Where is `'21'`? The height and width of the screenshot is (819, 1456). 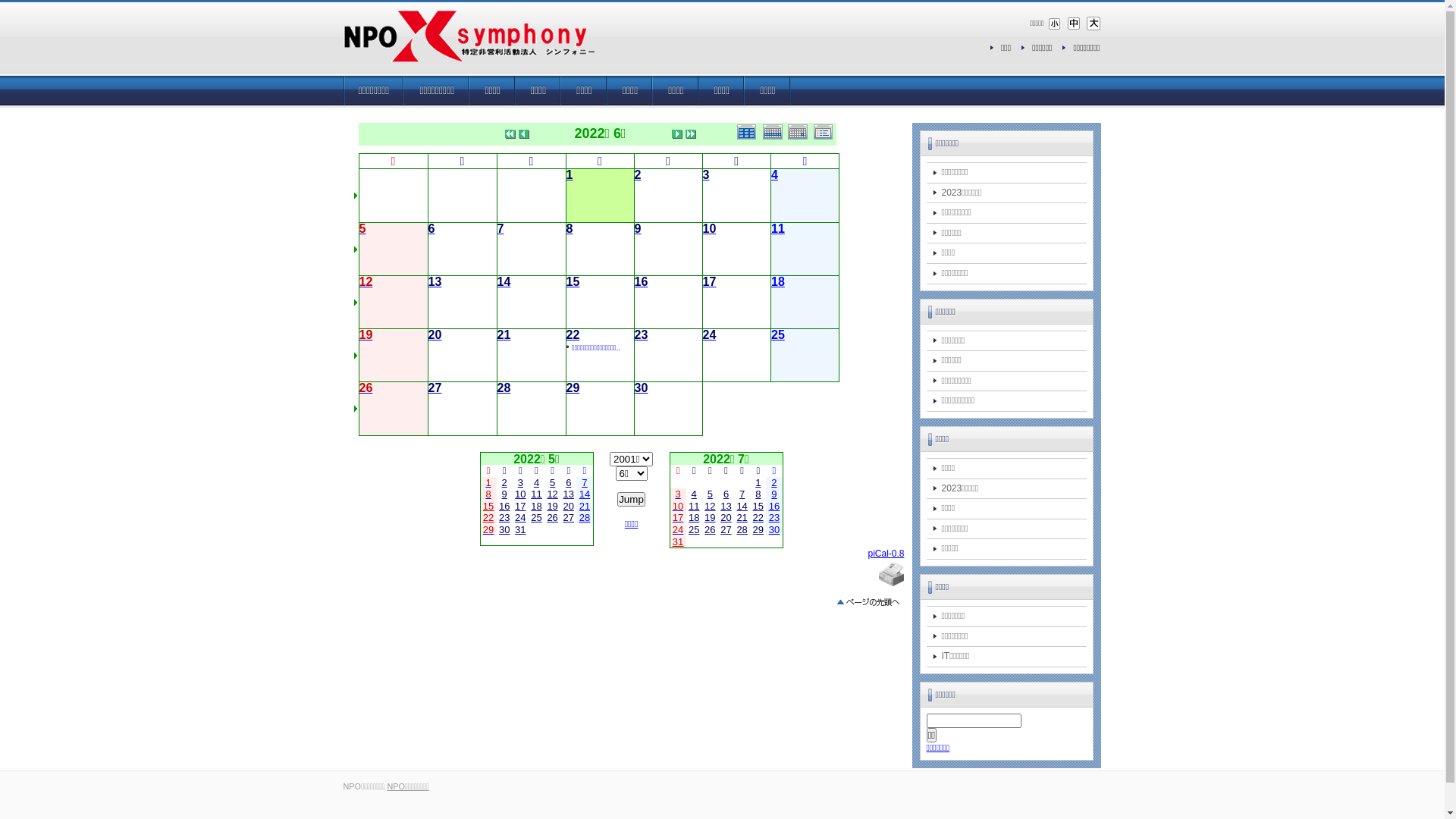
'21' is located at coordinates (504, 335).